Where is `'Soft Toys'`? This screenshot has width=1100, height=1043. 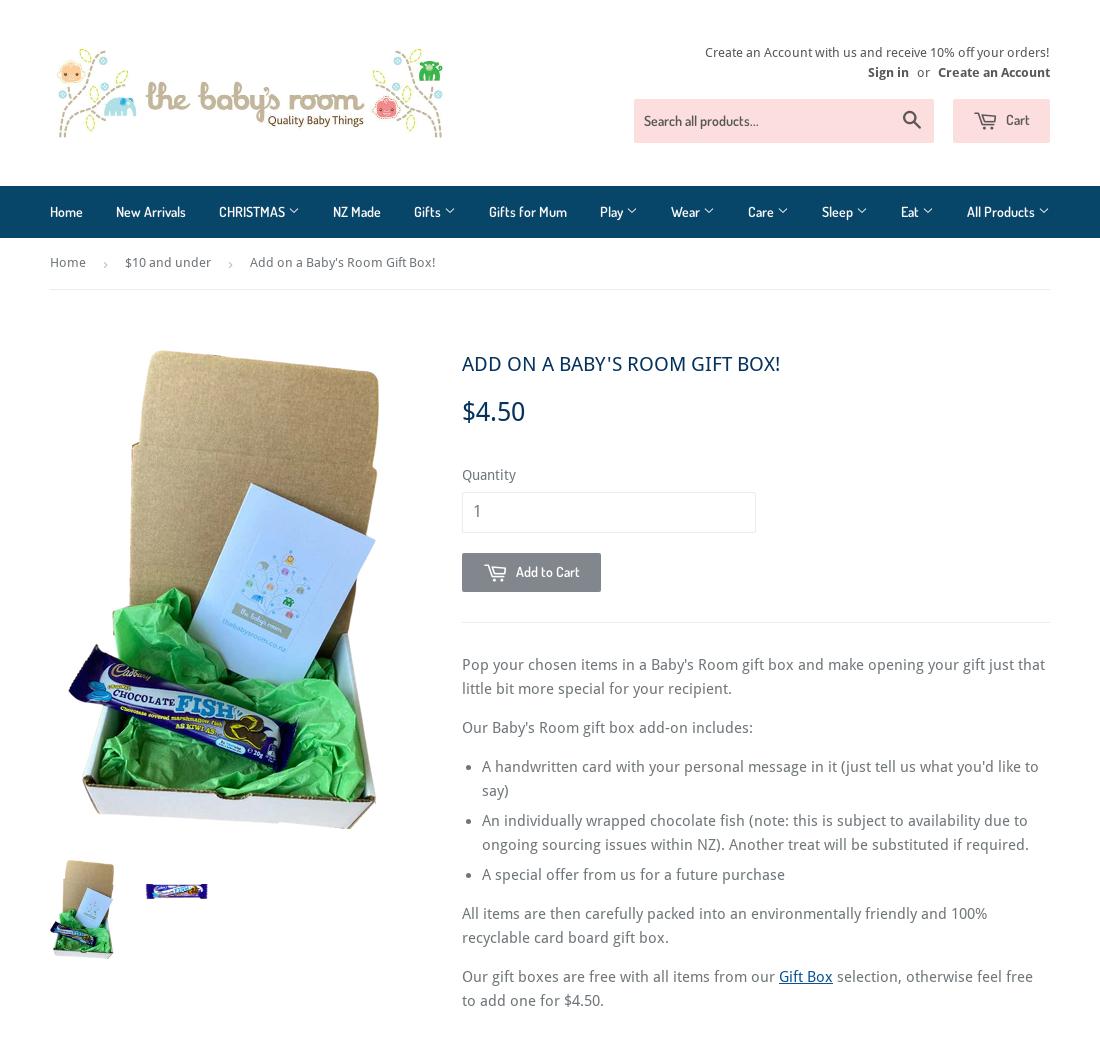
'Soft Toys' is located at coordinates (627, 386).